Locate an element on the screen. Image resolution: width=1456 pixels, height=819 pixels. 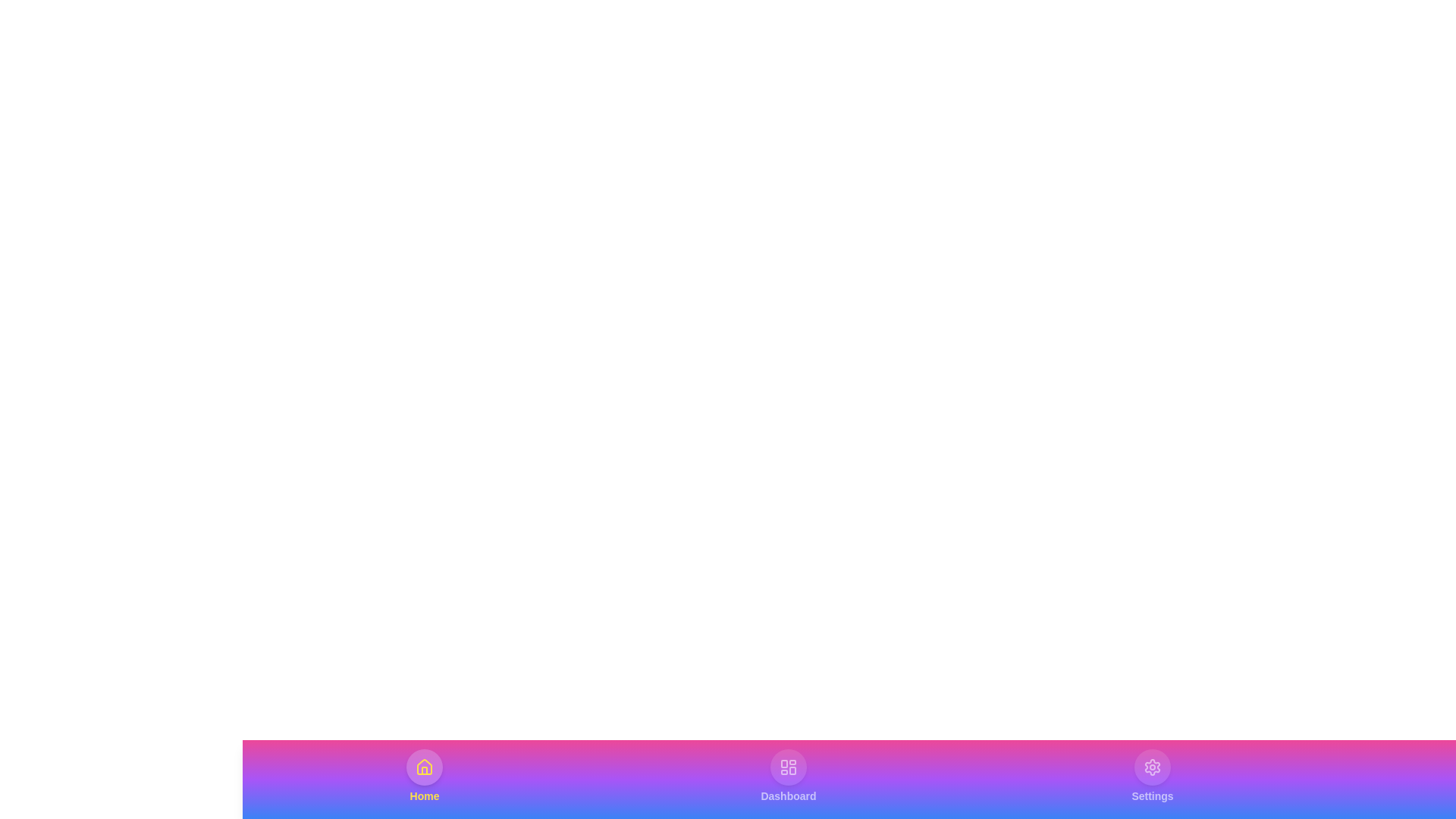
the Settings tab to see its hover effect is located at coordinates (1153, 776).